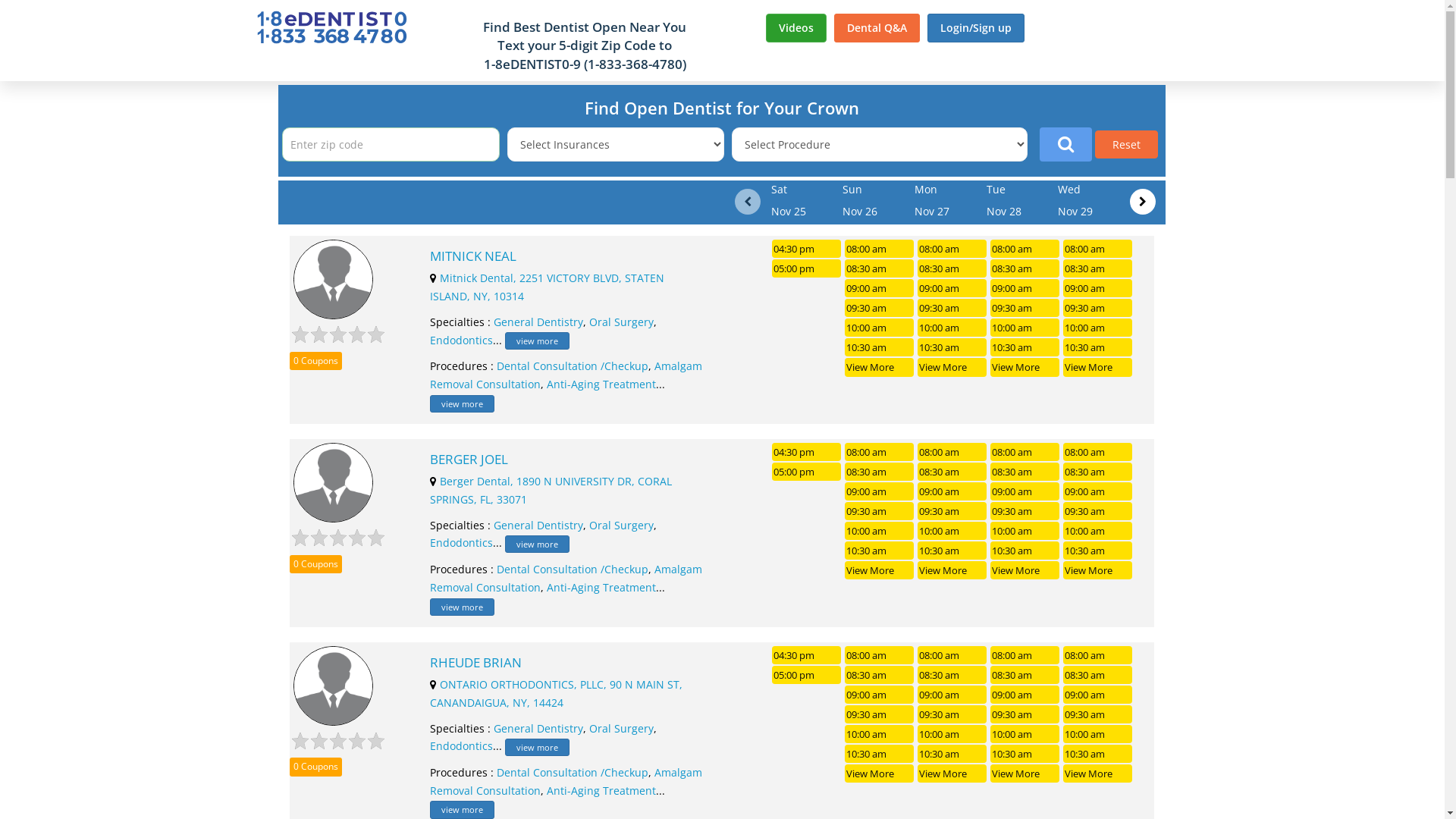  I want to click on 'Login/Sign up', so click(975, 28).